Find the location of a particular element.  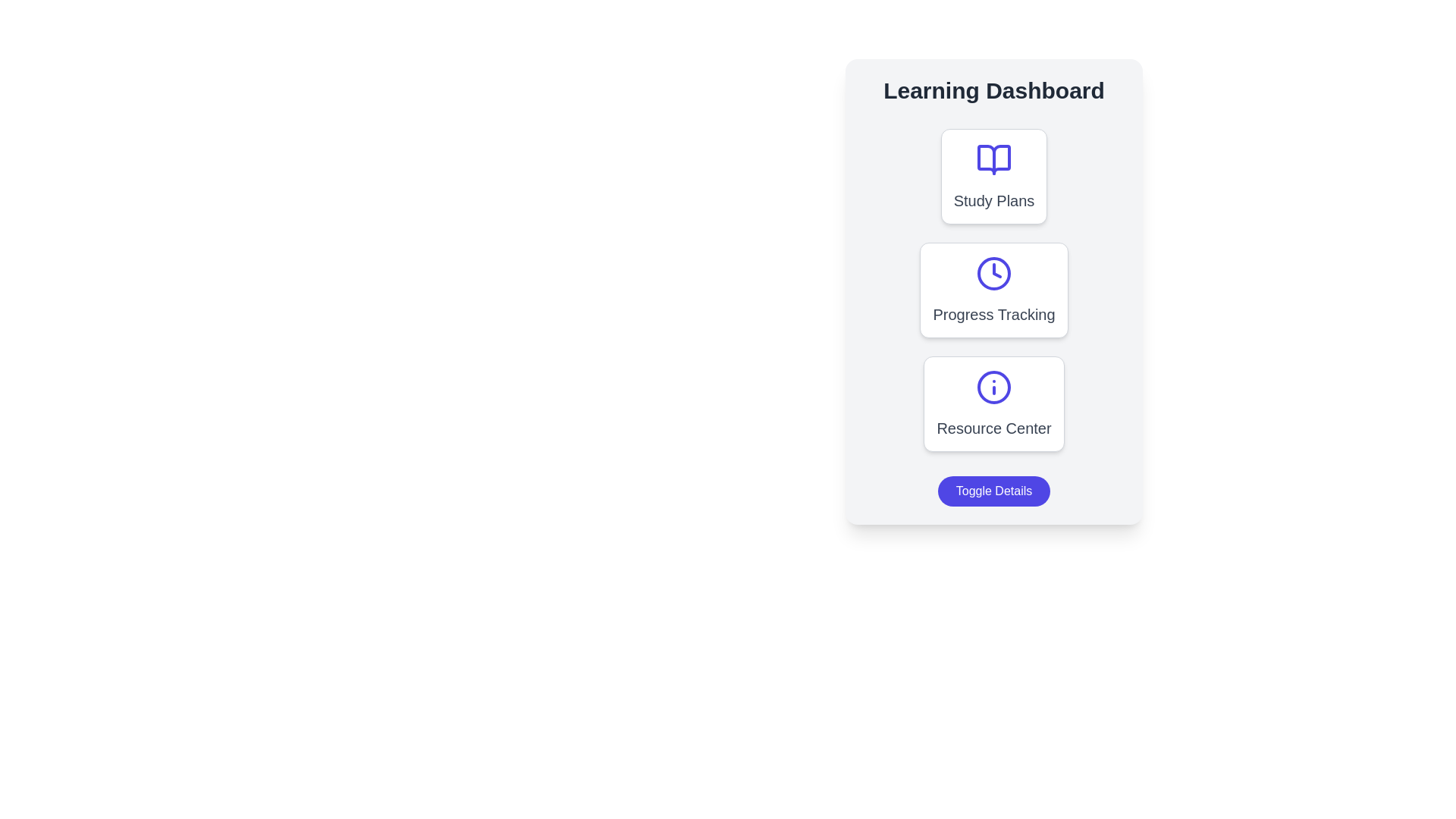

the information icon in the Resource Center section of the Learning Dashboard to use it as a visual reference is located at coordinates (993, 386).